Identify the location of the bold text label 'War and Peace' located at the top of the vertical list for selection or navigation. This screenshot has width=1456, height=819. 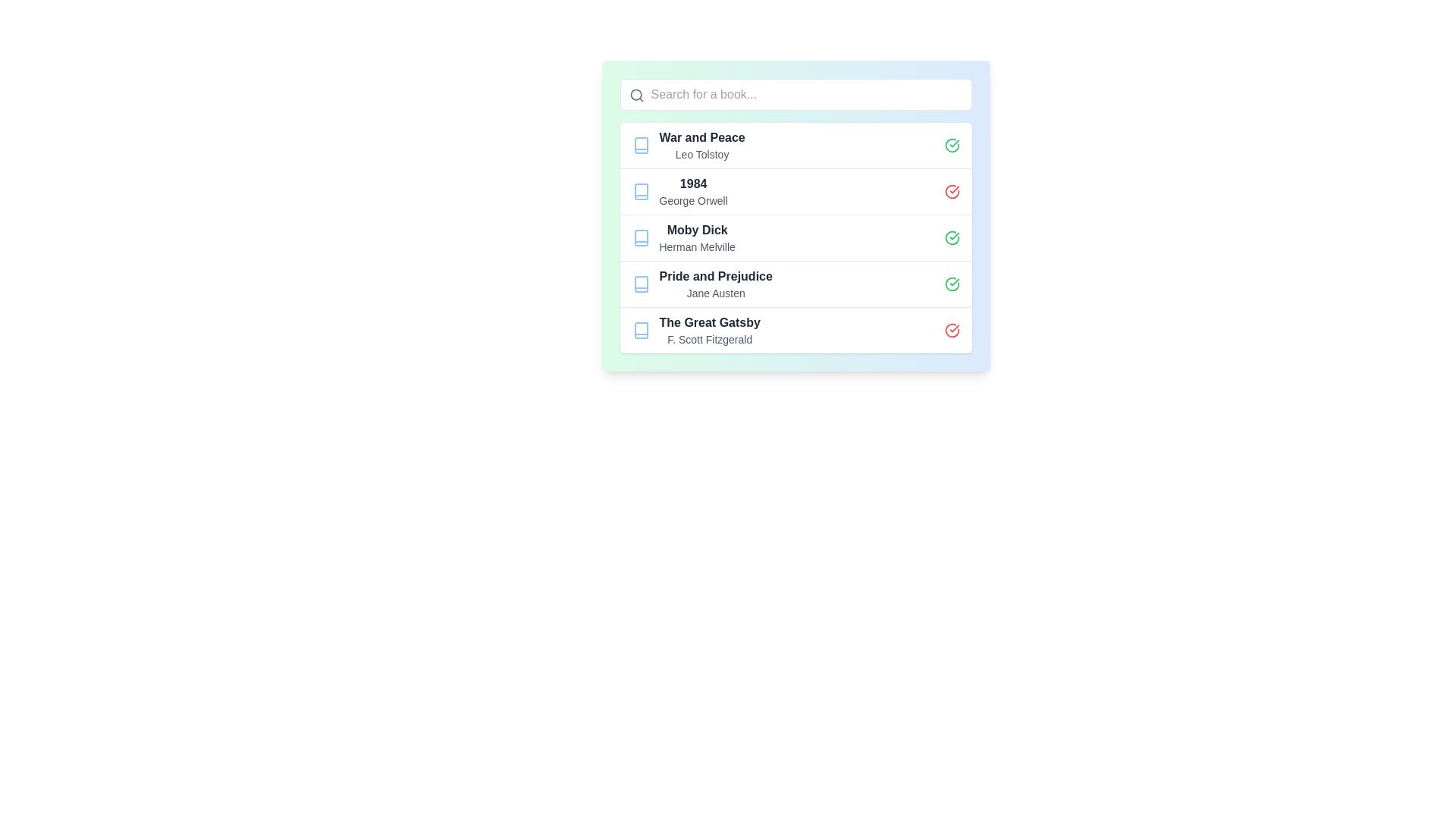
(701, 137).